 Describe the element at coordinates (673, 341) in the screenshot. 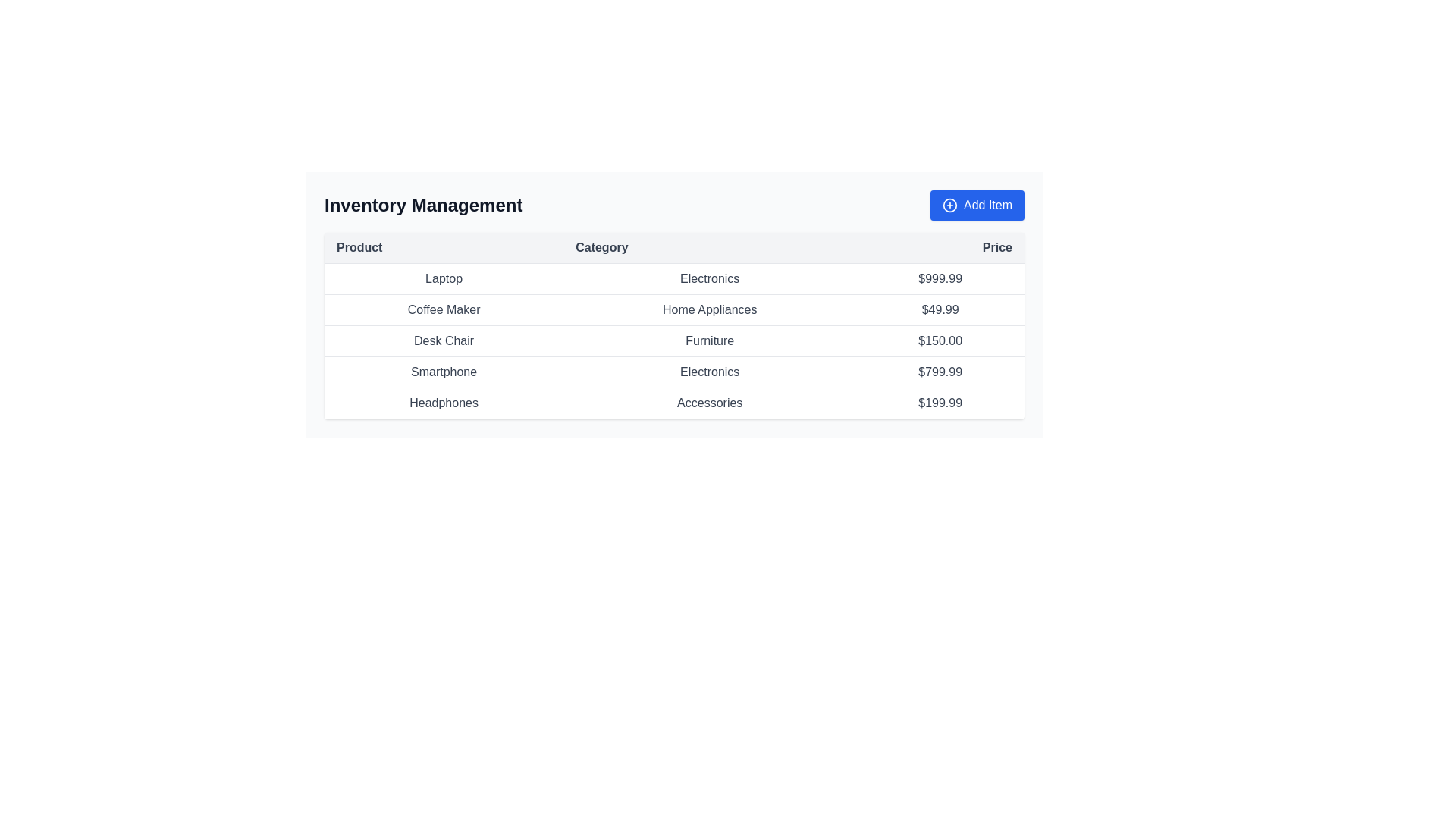

I see `the table row displaying 'Desk Chair' under the 'Product' column for options` at that location.